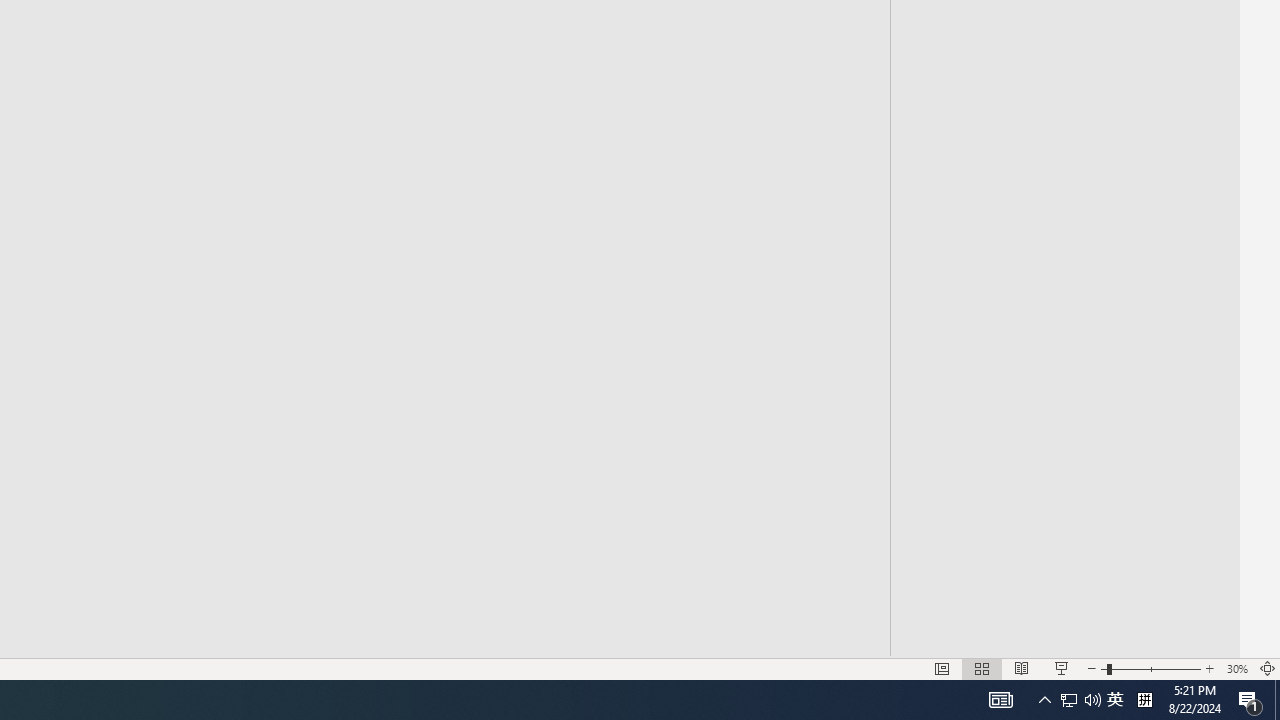 Image resolution: width=1280 pixels, height=720 pixels. Describe the element at coordinates (1236, 669) in the screenshot. I see `'Zoom 30%'` at that location.